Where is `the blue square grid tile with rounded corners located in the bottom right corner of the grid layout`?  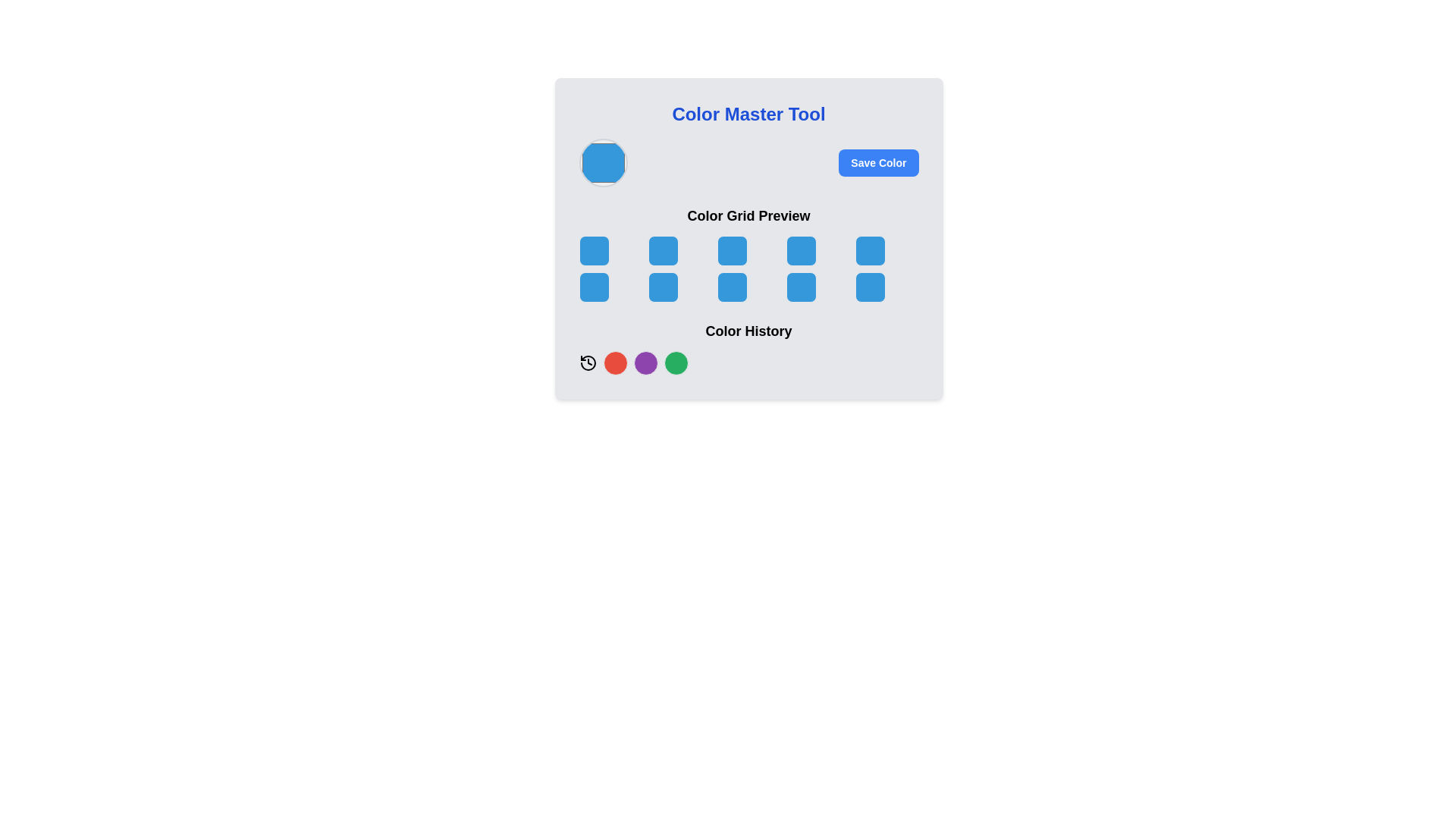
the blue square grid tile with rounded corners located in the bottom right corner of the grid layout is located at coordinates (871, 287).